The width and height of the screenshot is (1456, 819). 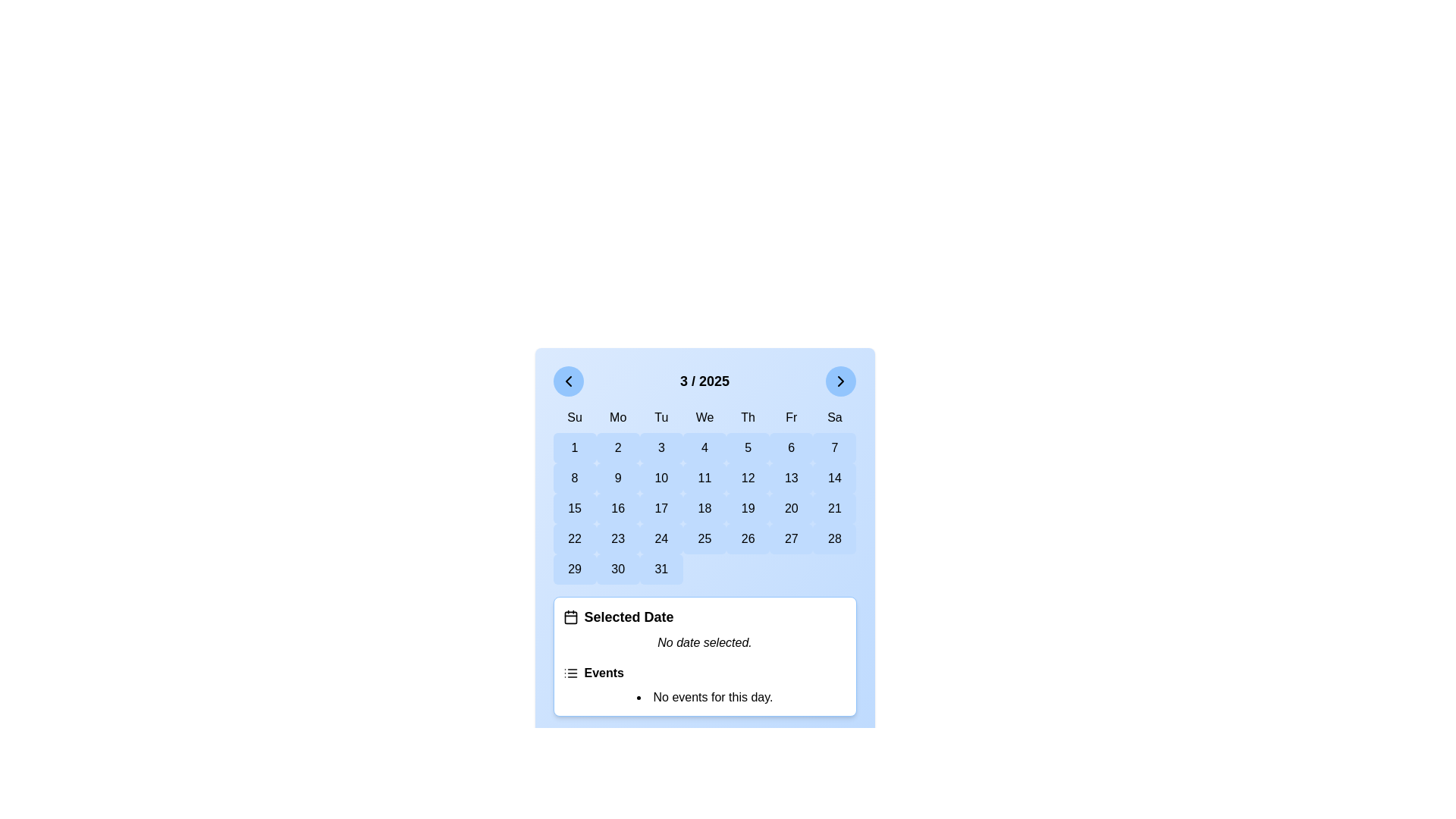 I want to click on the rectangular button with rounded corners and a light blue background that displays the number '19', so click(x=748, y=509).